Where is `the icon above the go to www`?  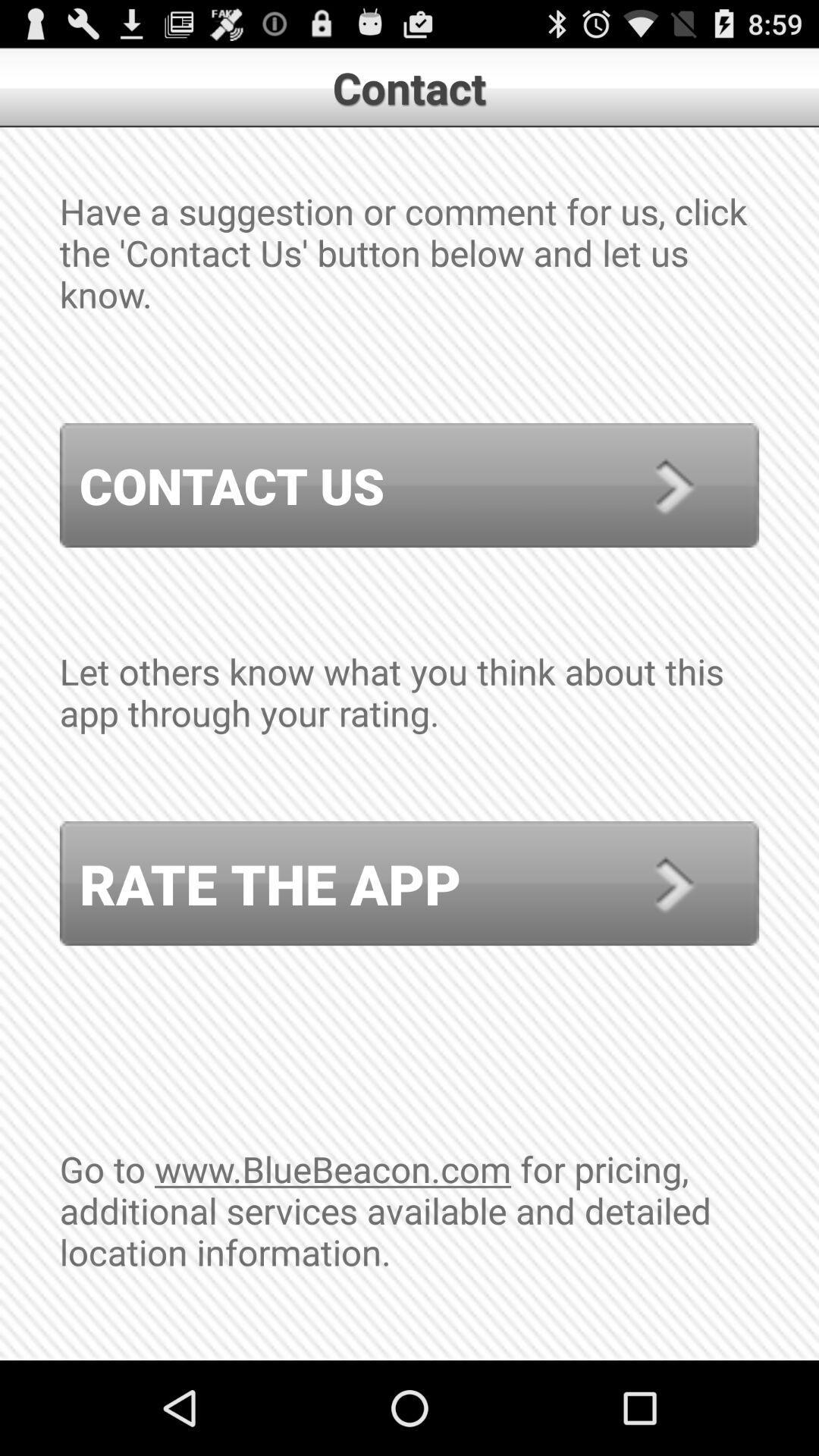 the icon above the go to www is located at coordinates (409, 883).